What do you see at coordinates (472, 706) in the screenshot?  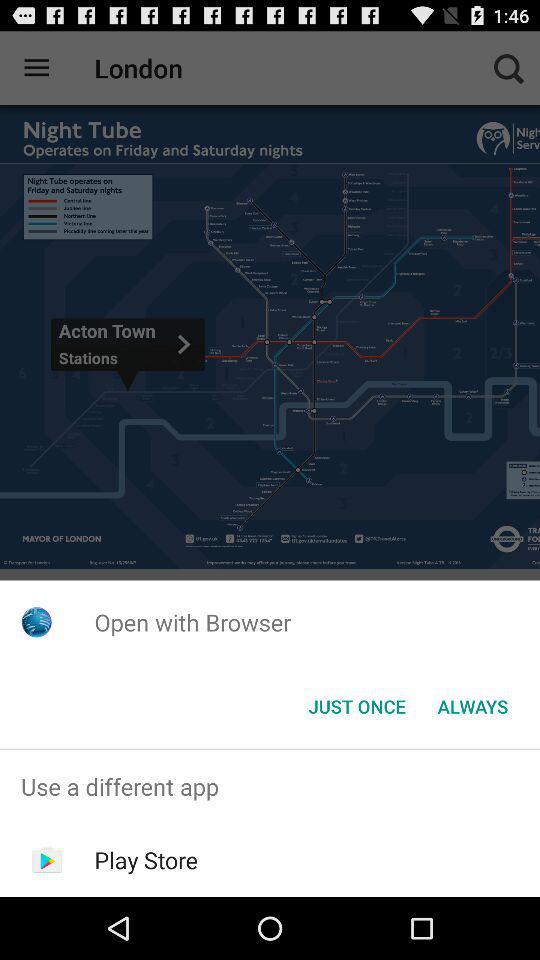 I see `the item at the bottom right corner` at bounding box center [472, 706].